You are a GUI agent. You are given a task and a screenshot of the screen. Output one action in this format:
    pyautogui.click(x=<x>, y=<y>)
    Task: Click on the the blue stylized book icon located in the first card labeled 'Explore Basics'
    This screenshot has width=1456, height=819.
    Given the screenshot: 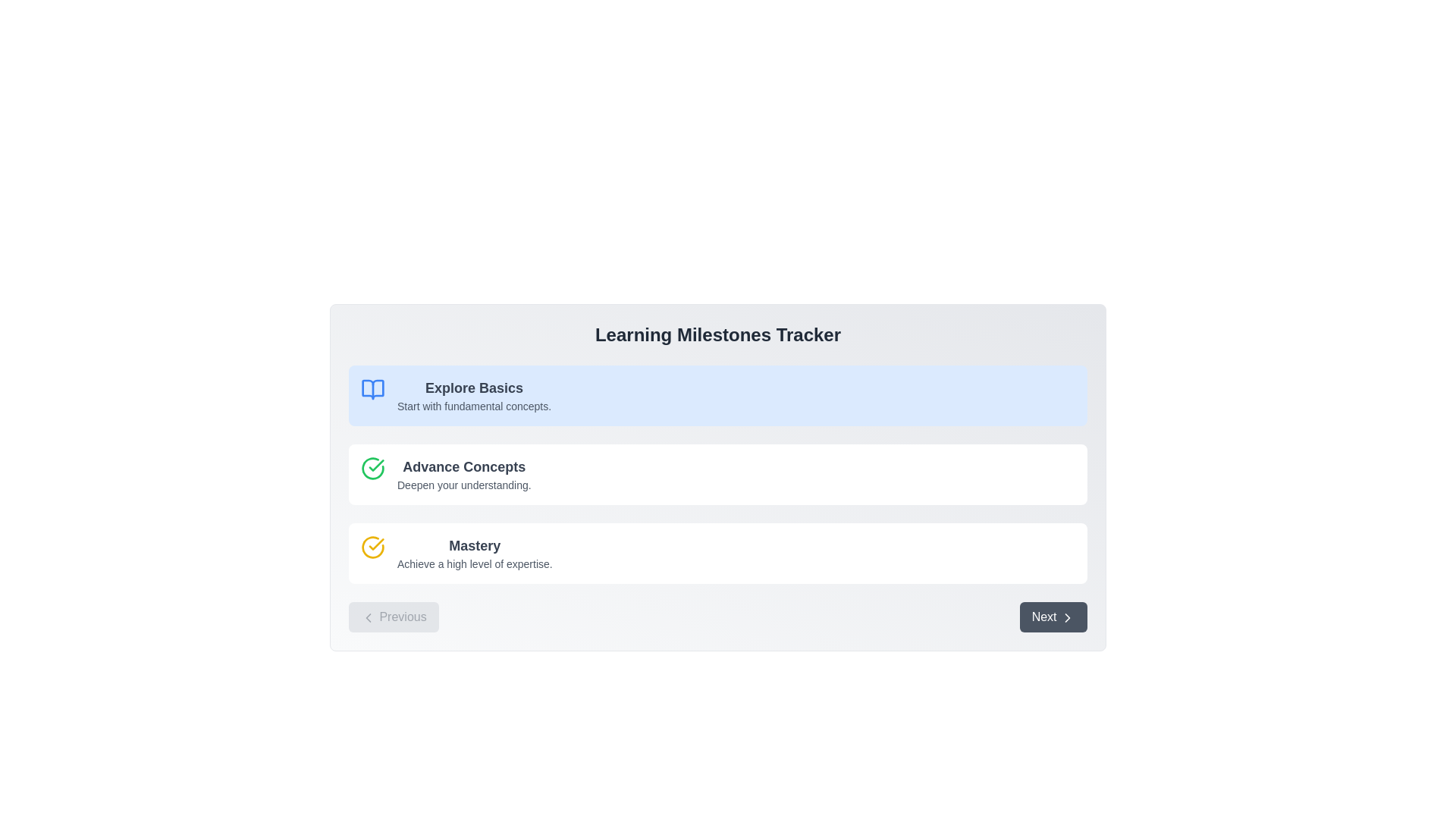 What is the action you would take?
    pyautogui.click(x=372, y=394)
    